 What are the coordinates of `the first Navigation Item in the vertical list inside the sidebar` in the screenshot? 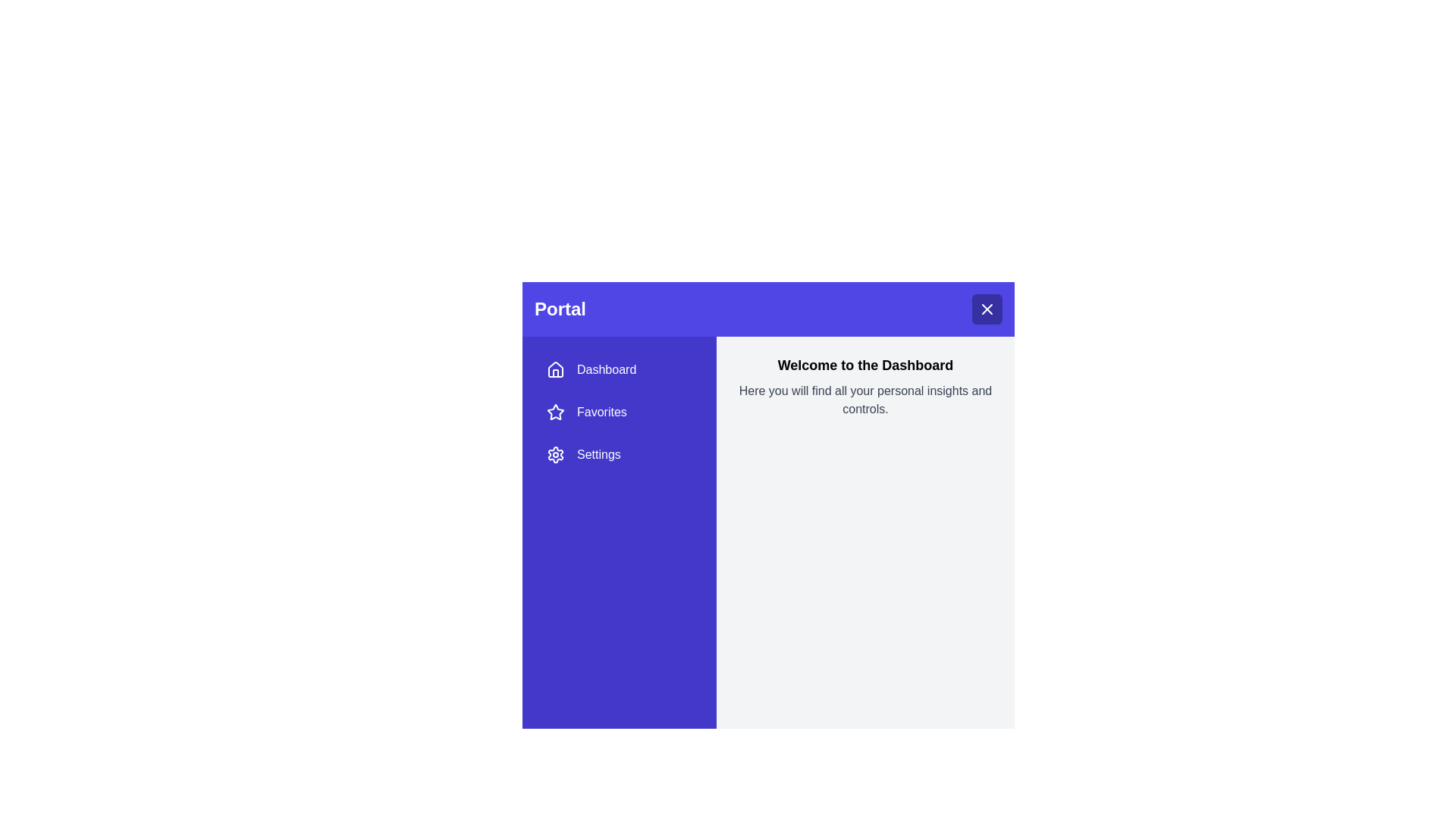 It's located at (619, 370).